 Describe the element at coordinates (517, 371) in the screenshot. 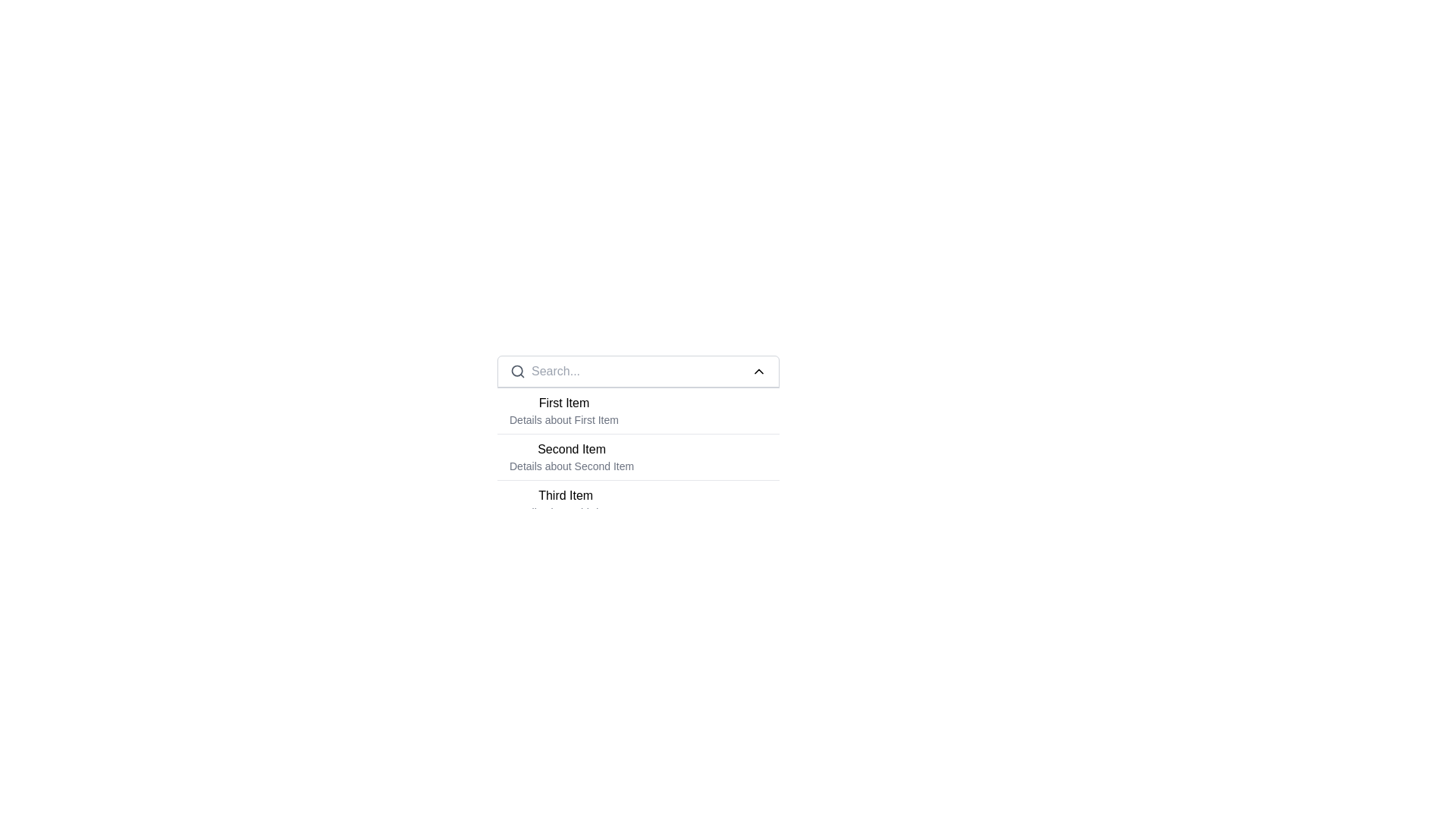

I see `circular SVG component representing the lens of the magnifying glass icon located to the immediate left of the search input field at the top of the dropdown list for UI debugging` at that location.